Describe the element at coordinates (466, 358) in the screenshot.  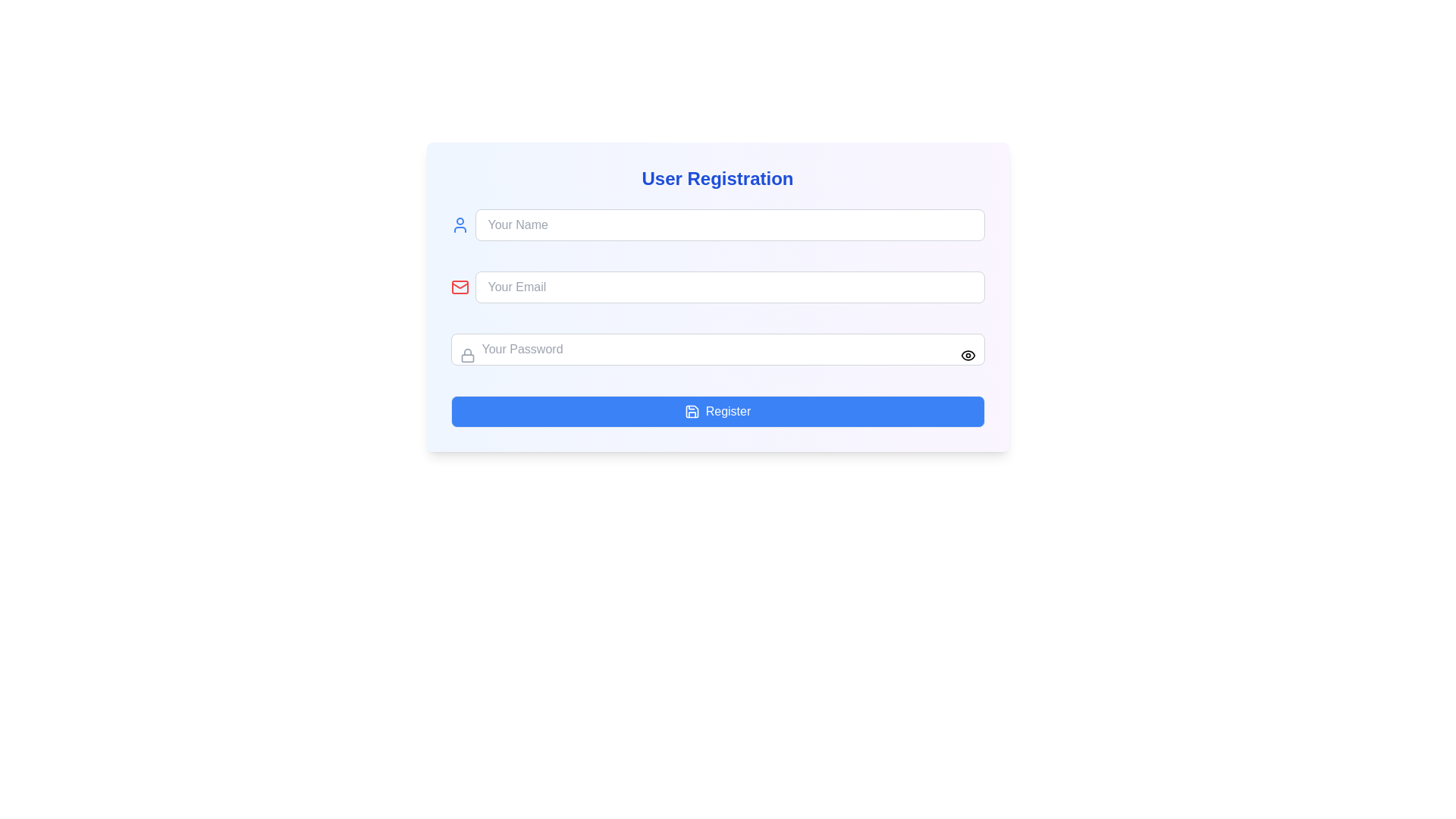
I see `the rectangular SVG element forming the lock body, which is part of the lock-shaped icon located to the left of the 'Your Password' input field` at that location.